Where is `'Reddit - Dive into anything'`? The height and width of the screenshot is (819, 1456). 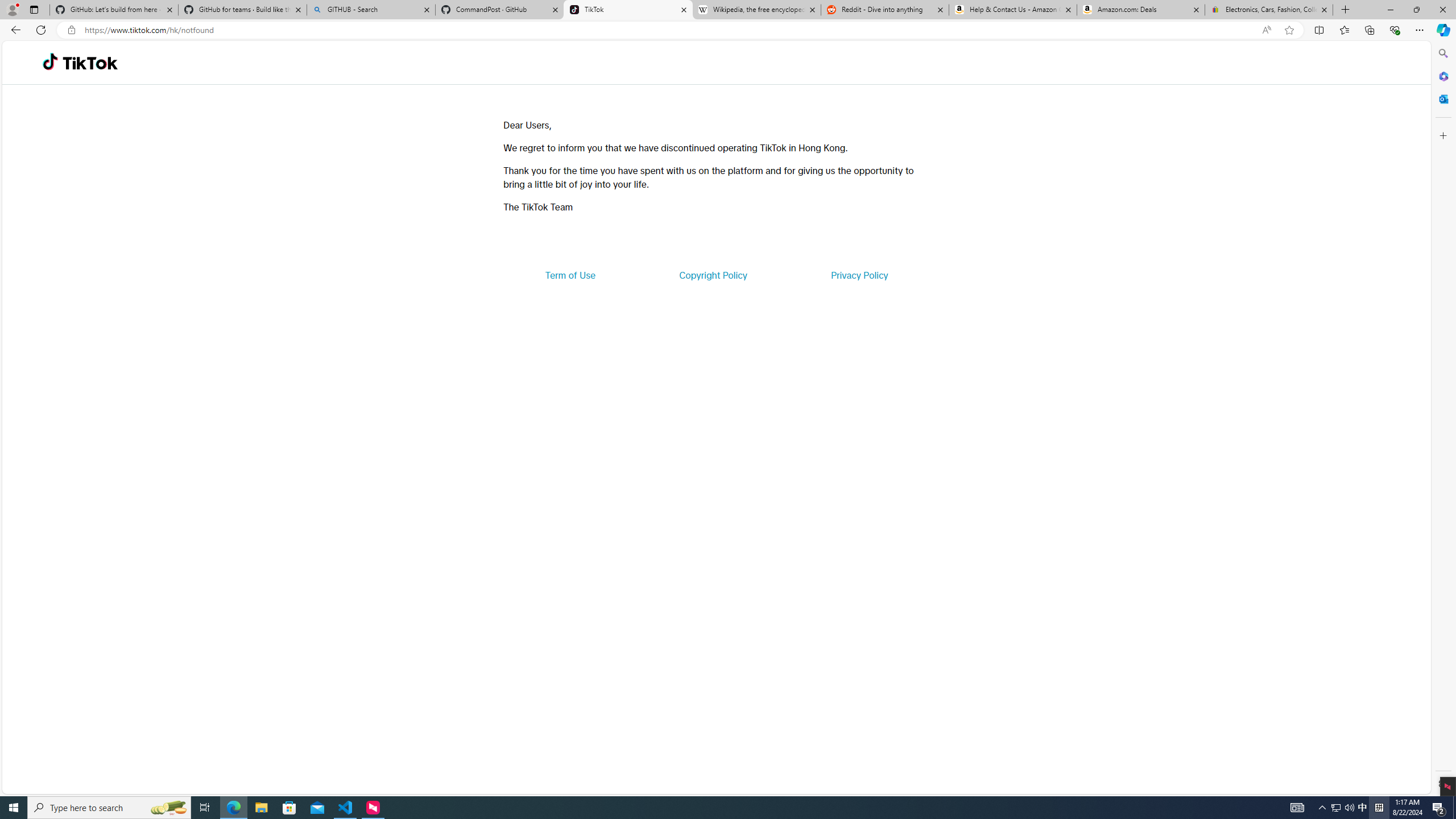
'Reddit - Dive into anything' is located at coordinates (885, 9).